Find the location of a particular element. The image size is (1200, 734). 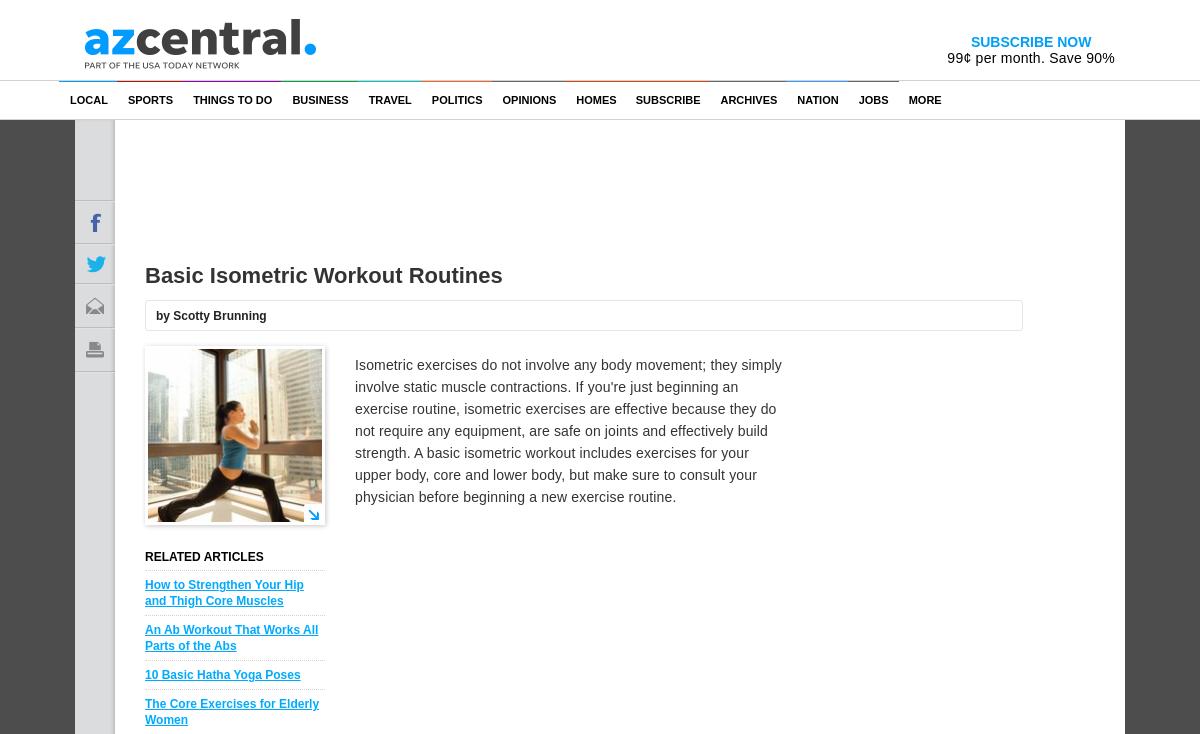

'Sports' is located at coordinates (150, 99).